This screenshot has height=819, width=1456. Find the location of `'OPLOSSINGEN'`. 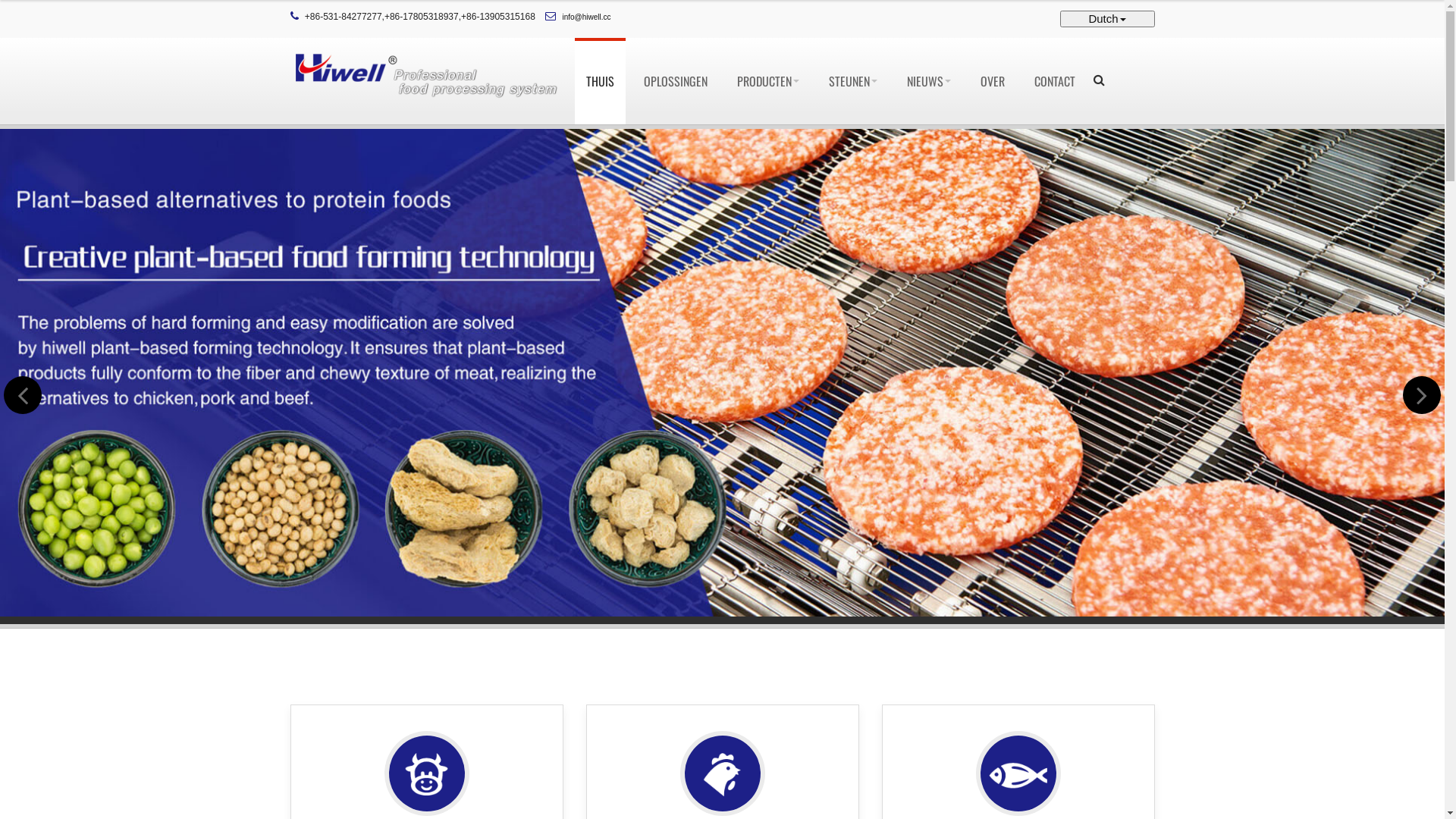

'OPLOSSINGEN' is located at coordinates (632, 81).